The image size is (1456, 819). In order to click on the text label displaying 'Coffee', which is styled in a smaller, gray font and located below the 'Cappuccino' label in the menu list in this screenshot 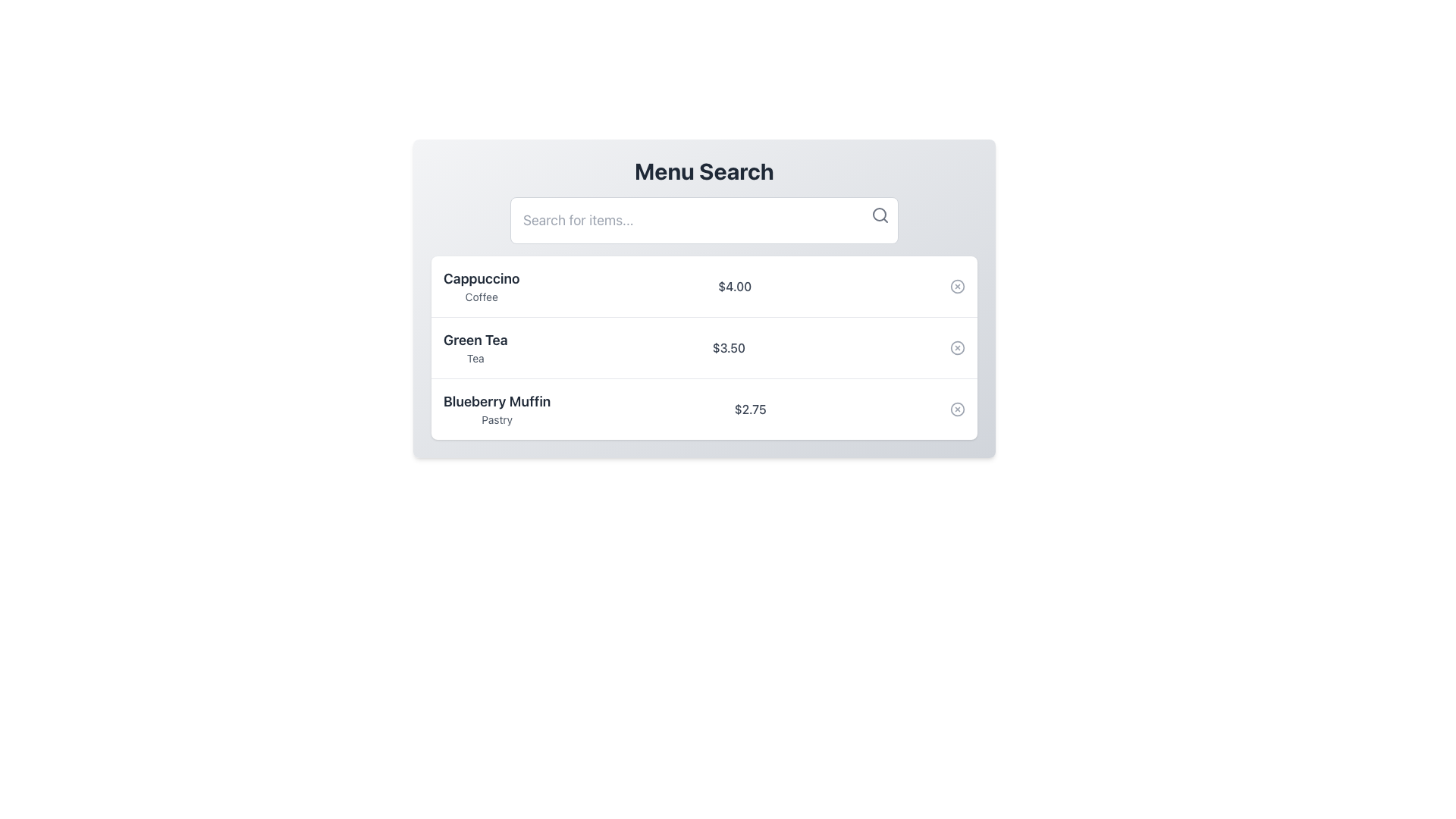, I will do `click(481, 297)`.